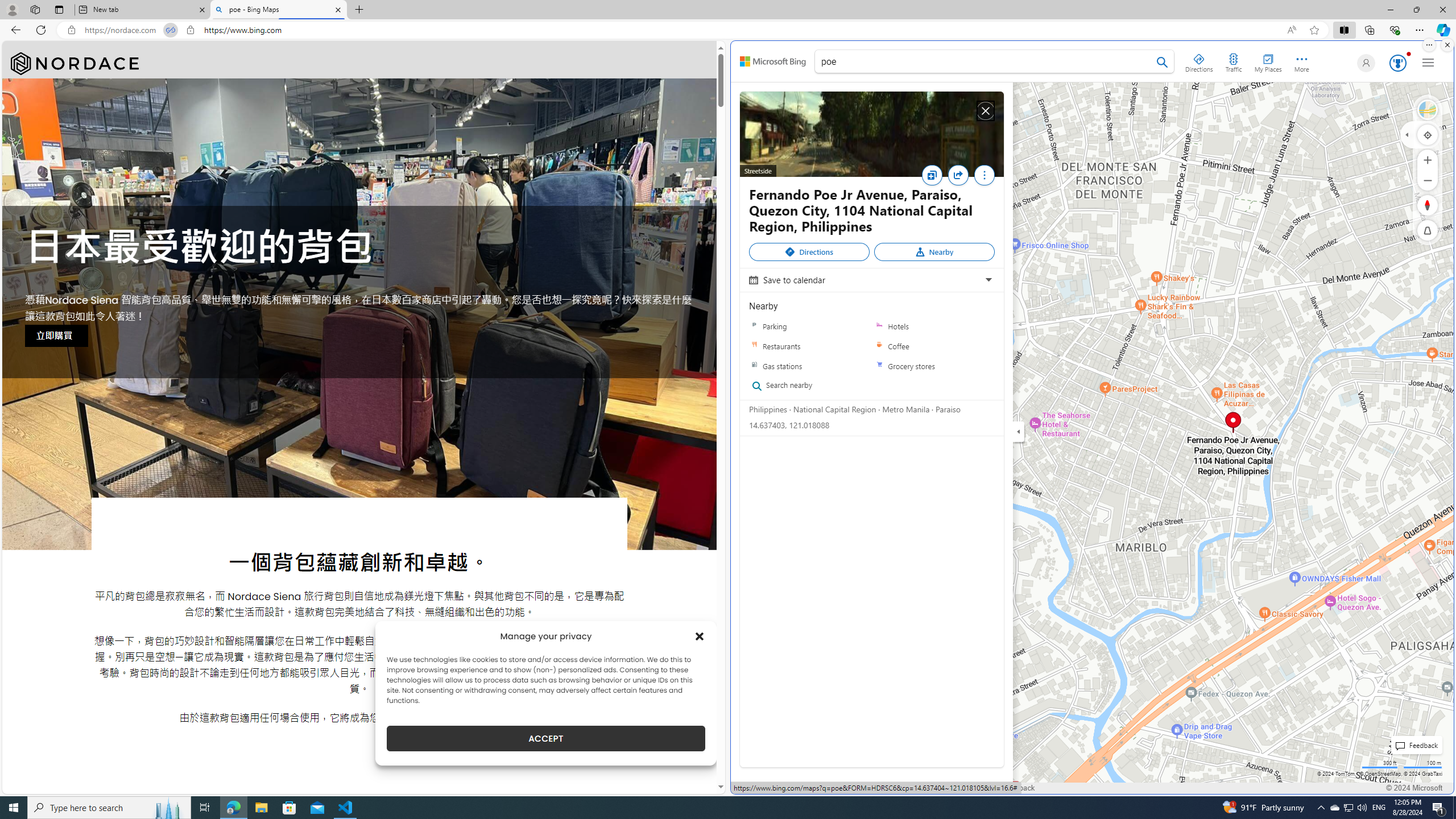  I want to click on 'Grocery stores', so click(879, 366).